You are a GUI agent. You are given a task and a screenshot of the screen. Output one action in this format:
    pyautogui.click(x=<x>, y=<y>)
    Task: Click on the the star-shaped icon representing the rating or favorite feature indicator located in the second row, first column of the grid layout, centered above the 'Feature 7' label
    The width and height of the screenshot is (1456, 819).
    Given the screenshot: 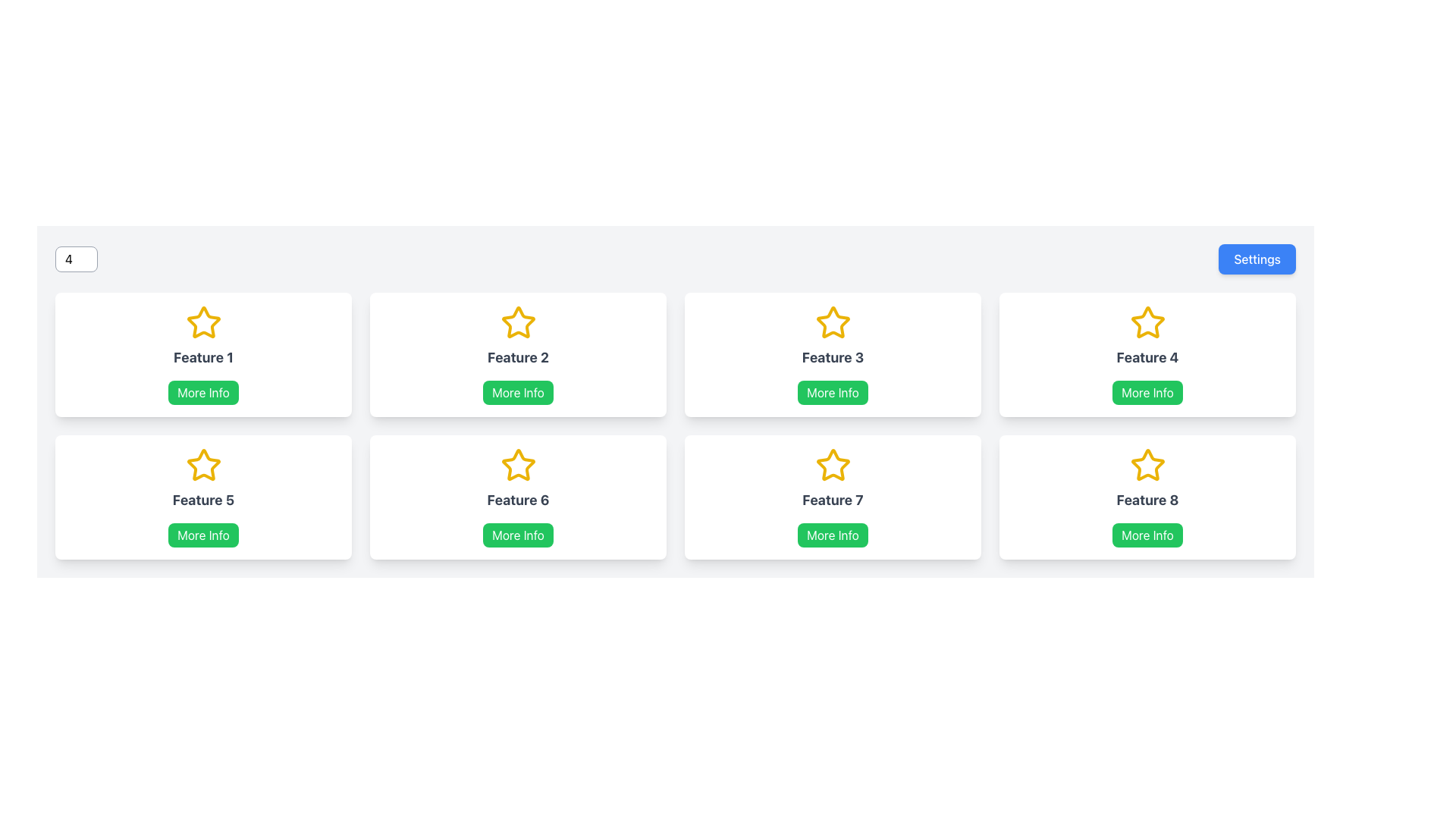 What is the action you would take?
    pyautogui.click(x=832, y=464)
    